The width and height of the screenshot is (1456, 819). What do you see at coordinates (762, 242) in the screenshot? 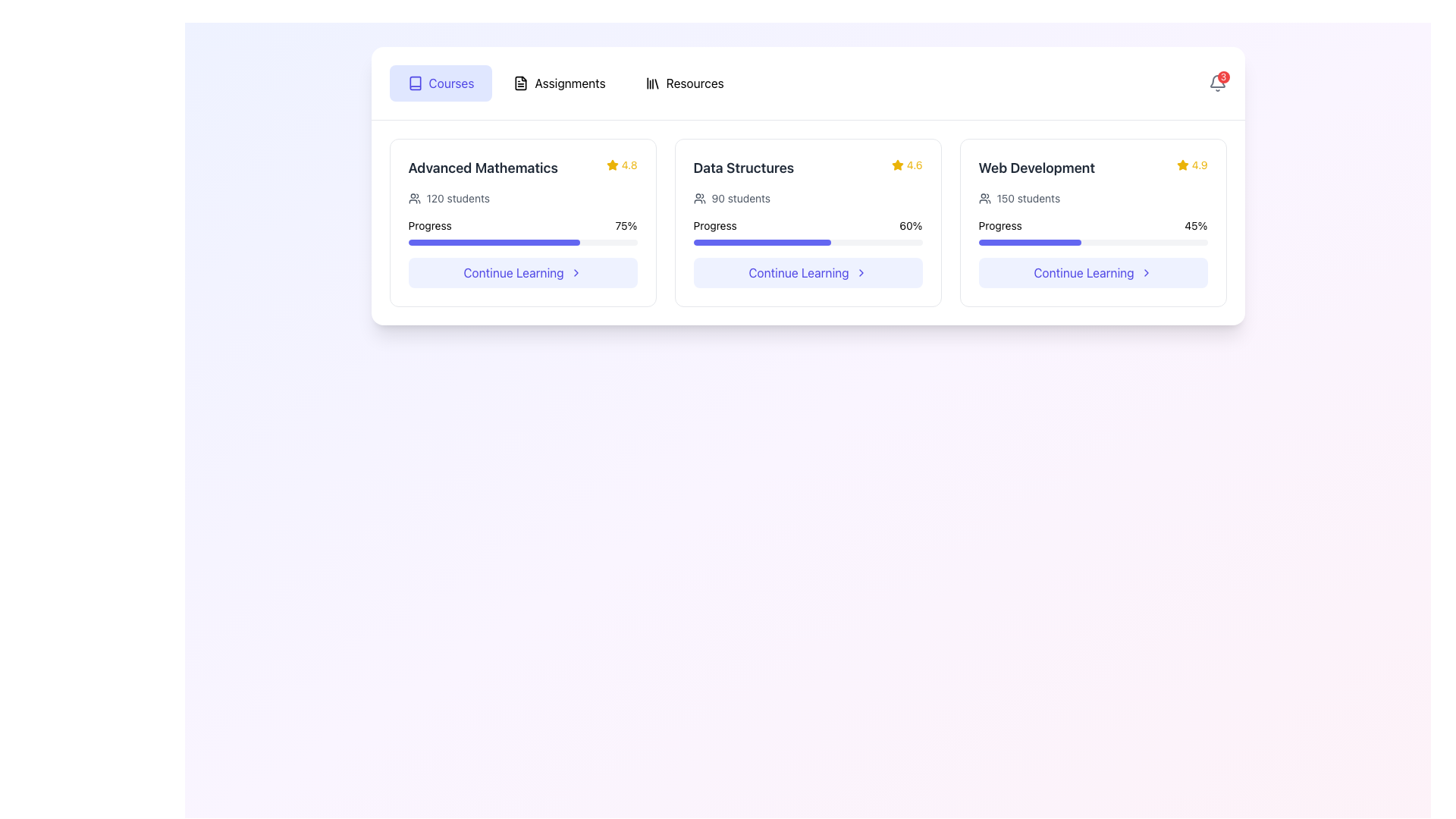
I see `the indigo progress bar segment indicating 60% progress for the middle course card in the 'Data Structures' section` at bounding box center [762, 242].